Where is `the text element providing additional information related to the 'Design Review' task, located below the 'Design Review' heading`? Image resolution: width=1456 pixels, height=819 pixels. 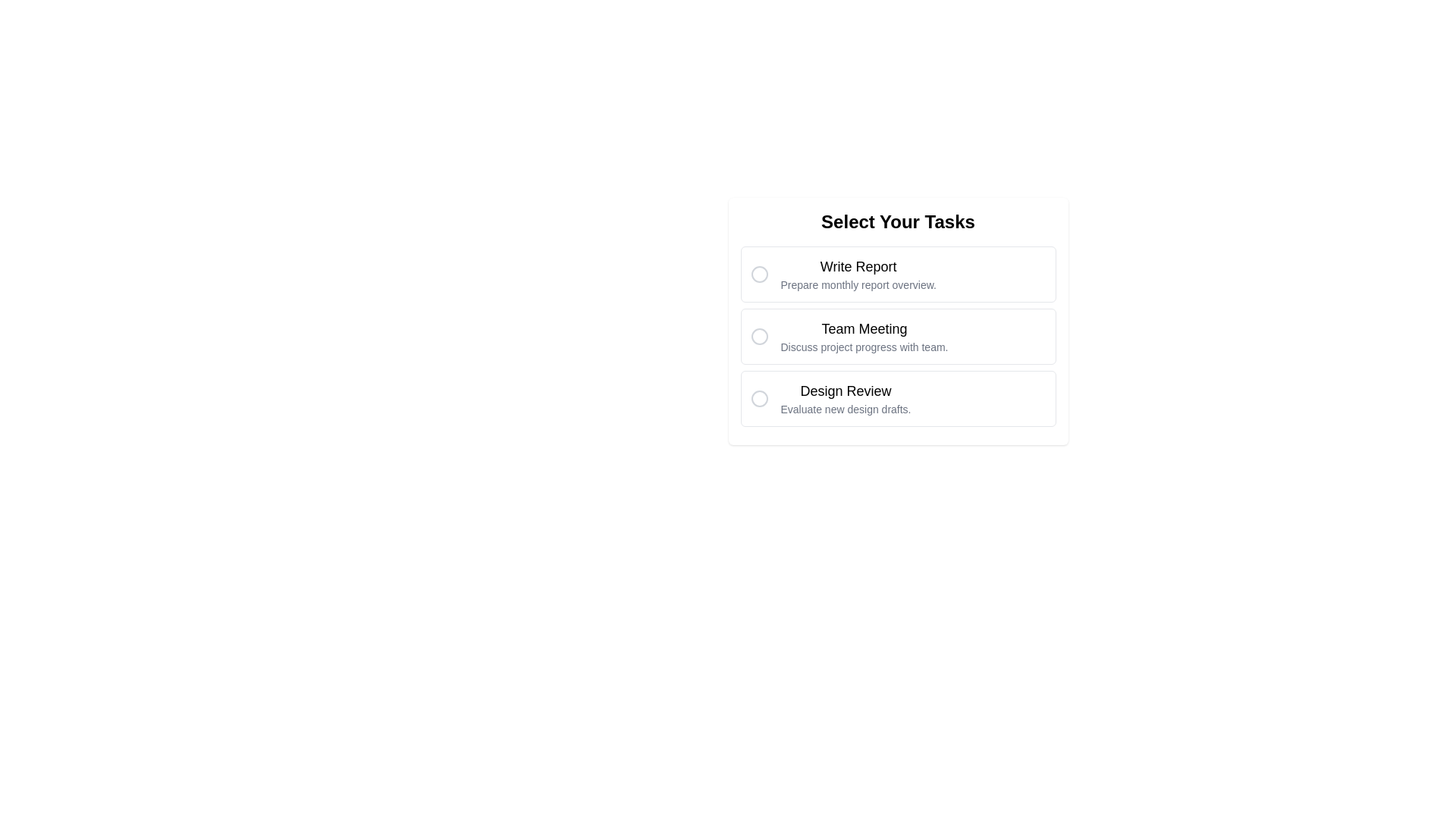 the text element providing additional information related to the 'Design Review' task, located below the 'Design Review' heading is located at coordinates (845, 409).